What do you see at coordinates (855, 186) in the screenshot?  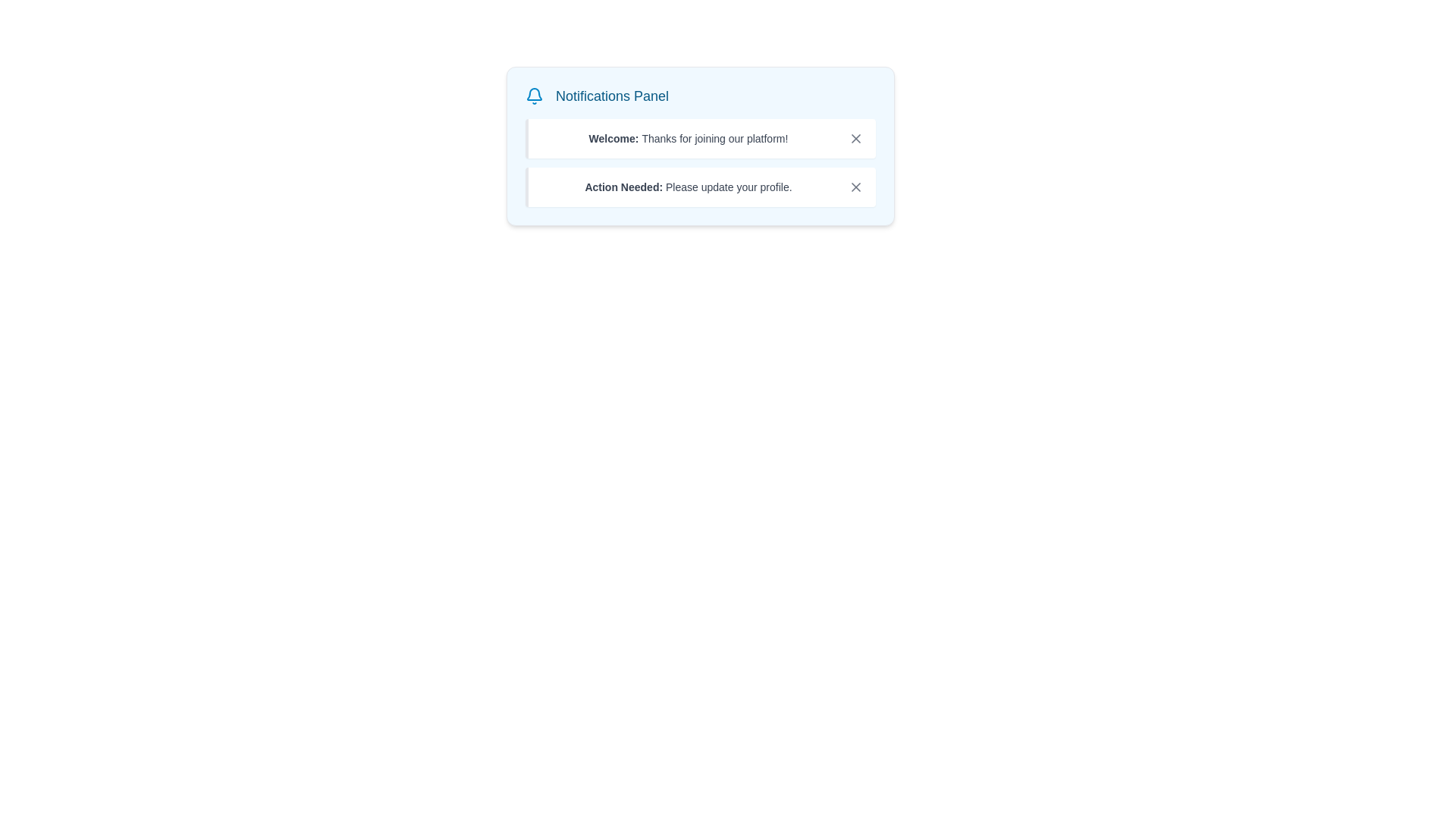 I see `the small 'X' icon button in the top-right corner of the notification box that displays 'Action Needed: Please update your profile'` at bounding box center [855, 186].